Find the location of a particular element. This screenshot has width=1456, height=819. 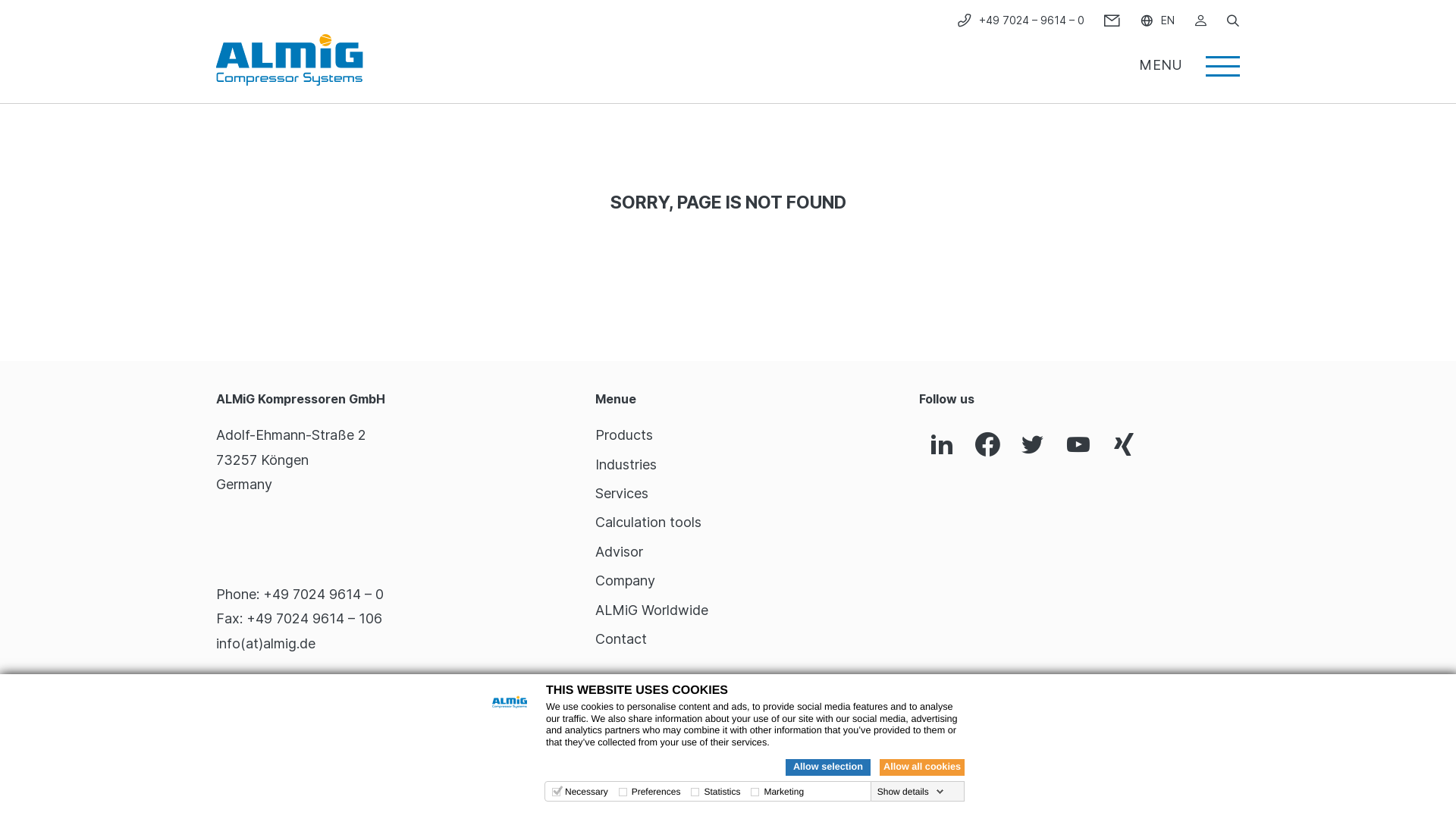

'Twitter' is located at coordinates (1032, 444).